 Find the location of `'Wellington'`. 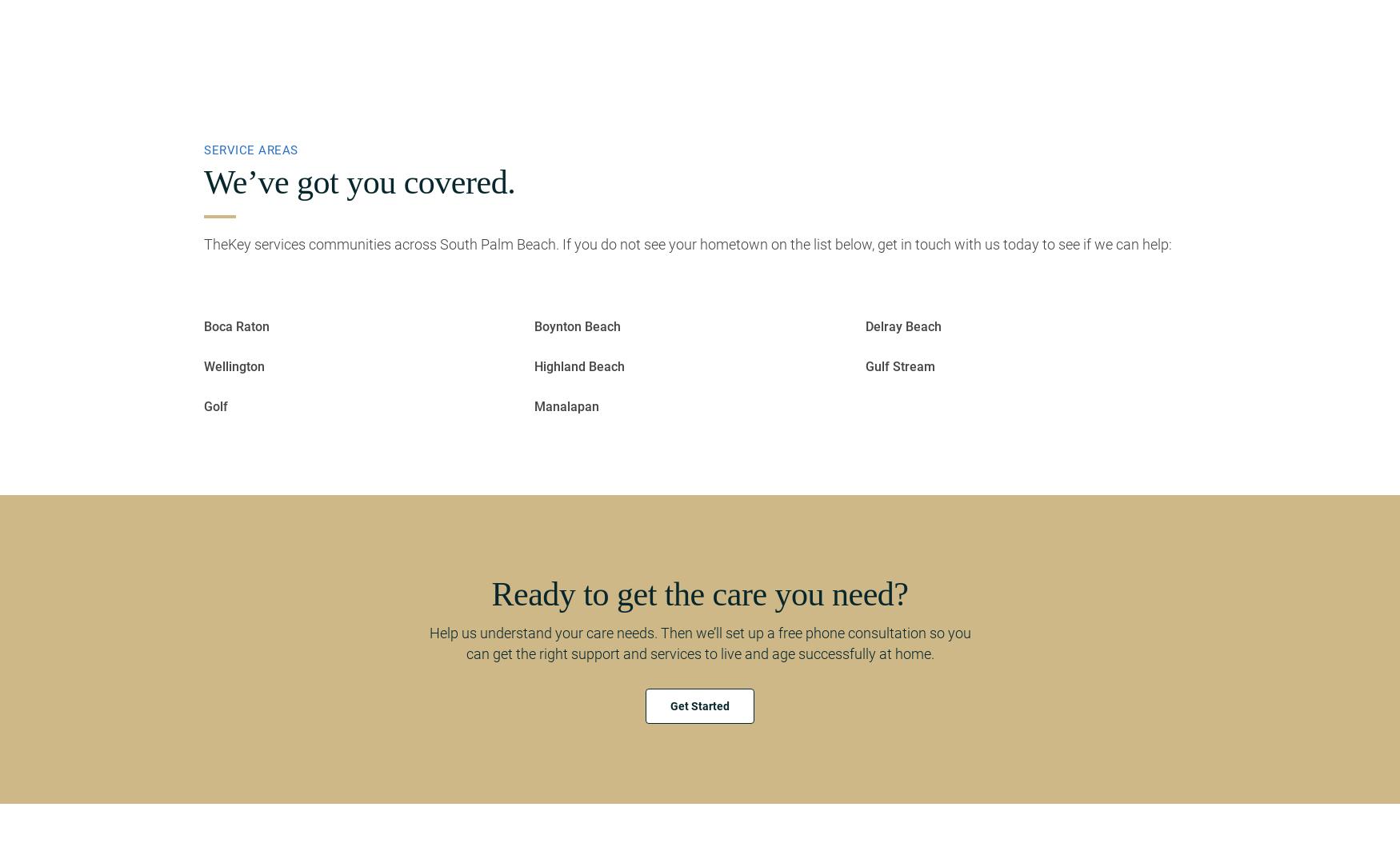

'Wellington' is located at coordinates (233, 366).